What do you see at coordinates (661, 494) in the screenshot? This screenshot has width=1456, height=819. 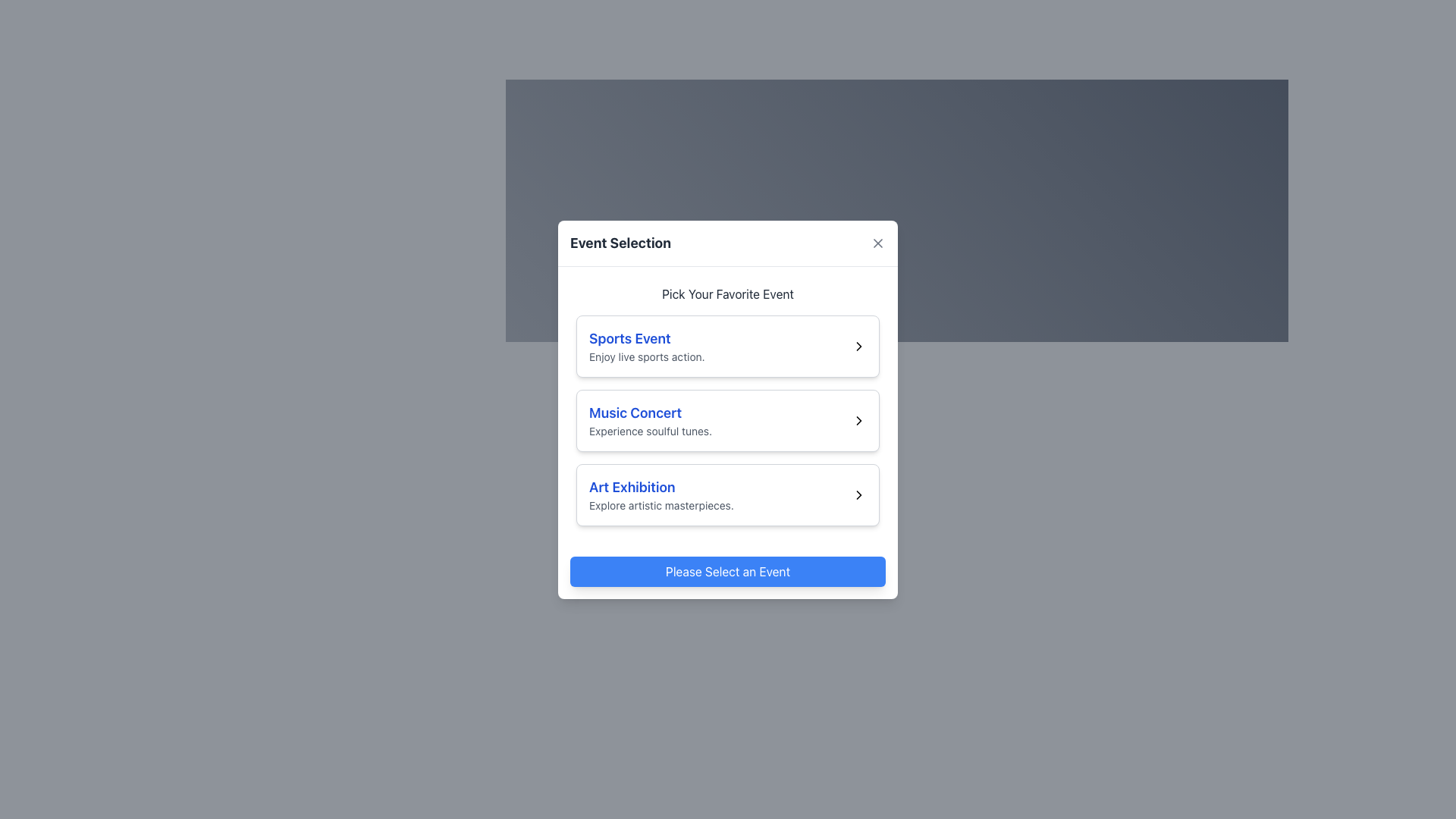 I see `the 'Art Exhibition' text` at bounding box center [661, 494].